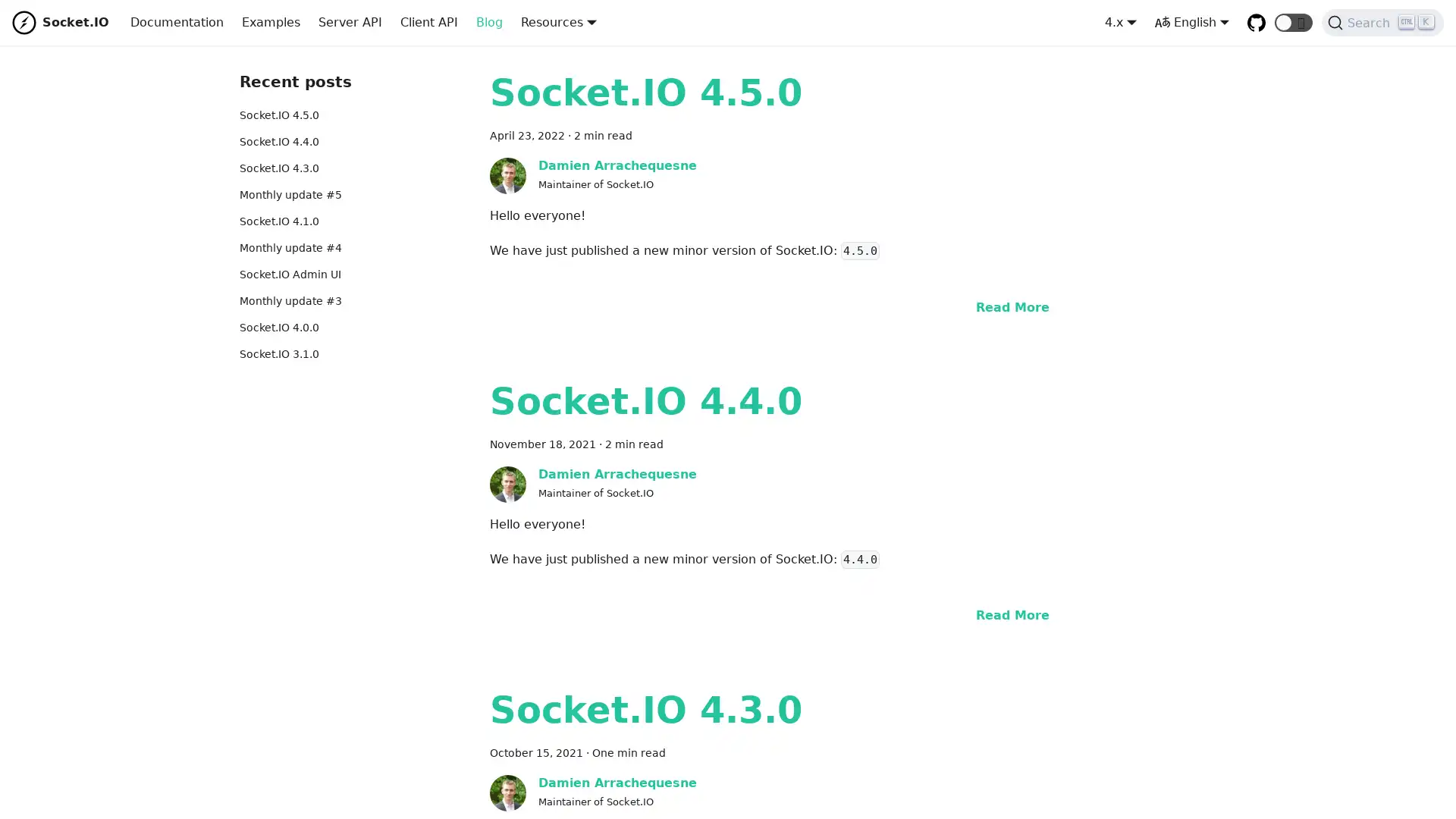  What do you see at coordinates (1382, 23) in the screenshot?
I see `Search` at bounding box center [1382, 23].